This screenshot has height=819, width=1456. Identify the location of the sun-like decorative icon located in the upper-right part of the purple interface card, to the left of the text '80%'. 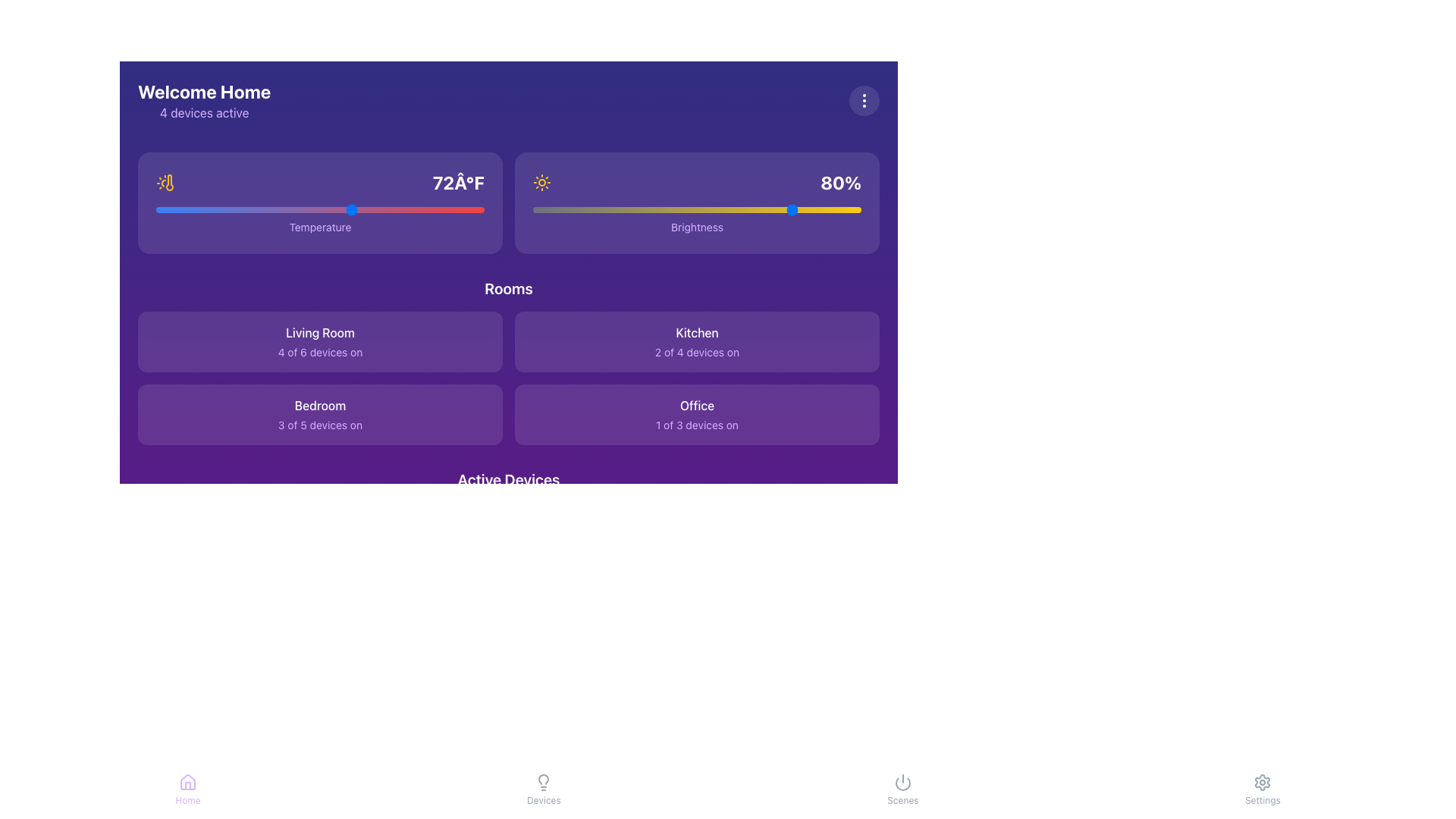
(542, 181).